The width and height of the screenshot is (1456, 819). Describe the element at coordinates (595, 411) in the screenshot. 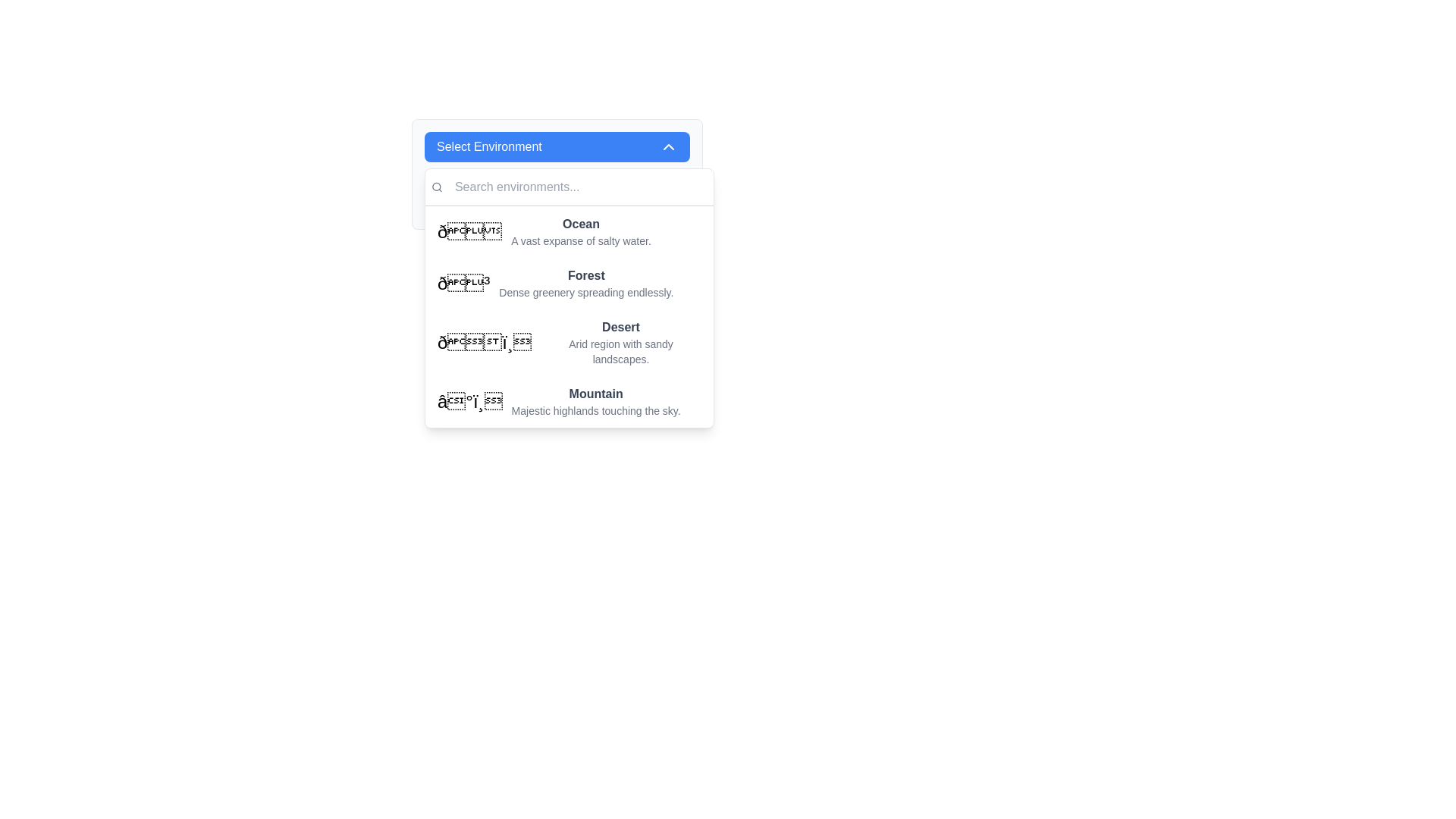

I see `the descriptive text displaying 'Majestic highlands touching the sky.' which is styled in gray and is smaller than nearby elements` at that location.